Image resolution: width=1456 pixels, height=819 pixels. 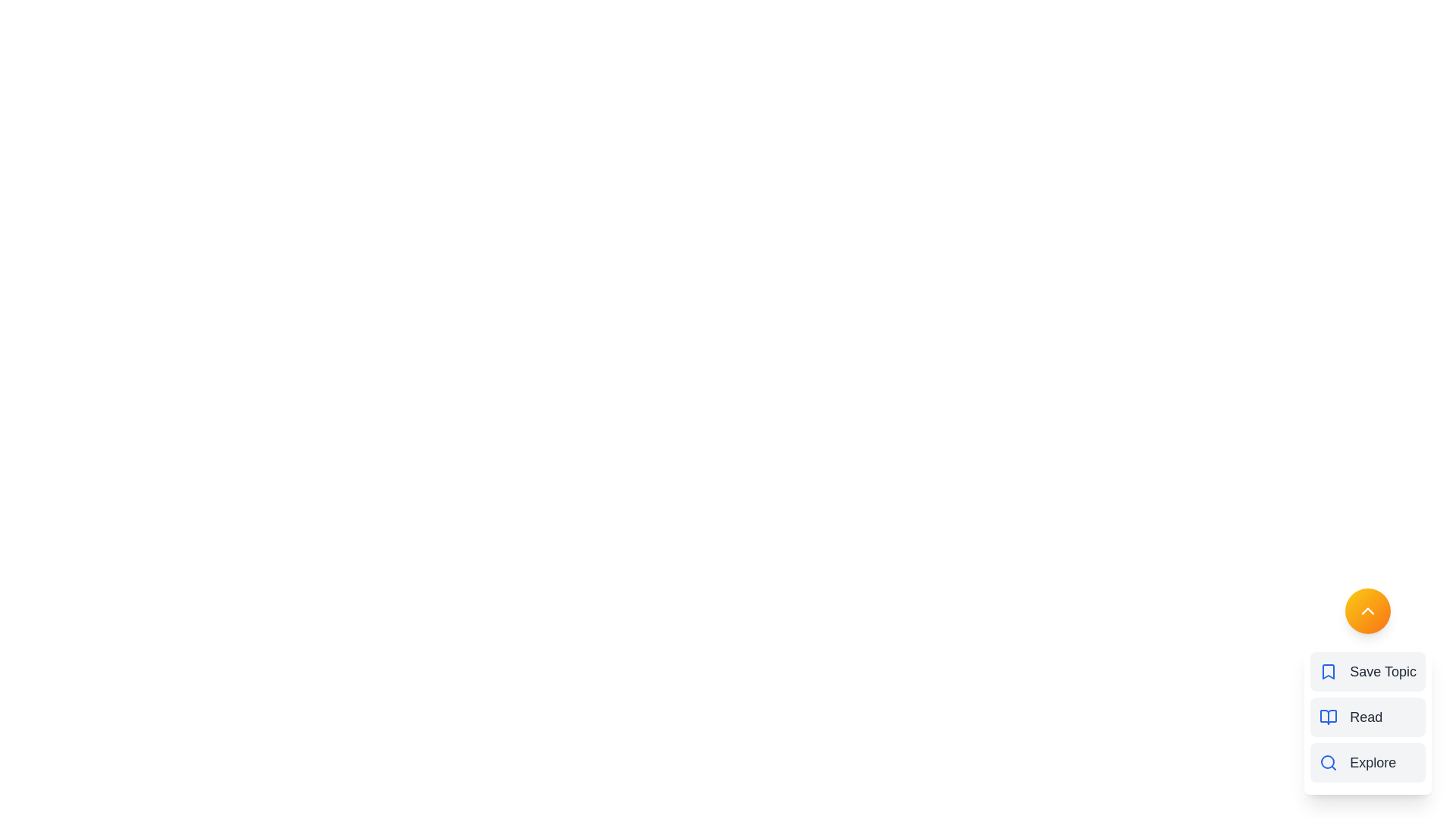 What do you see at coordinates (1368, 763) in the screenshot?
I see `the menu option Explore` at bounding box center [1368, 763].